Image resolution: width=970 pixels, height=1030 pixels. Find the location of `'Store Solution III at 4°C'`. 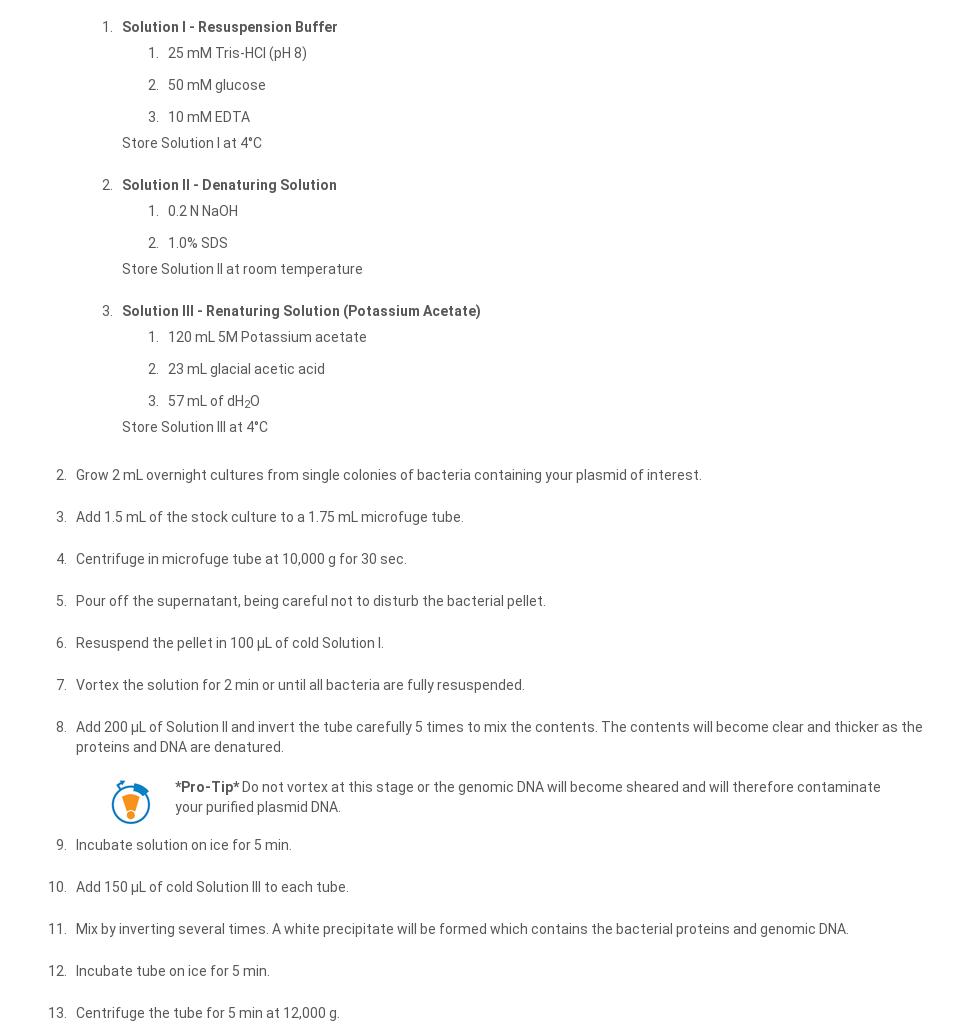

'Store Solution III at 4°C' is located at coordinates (122, 426).